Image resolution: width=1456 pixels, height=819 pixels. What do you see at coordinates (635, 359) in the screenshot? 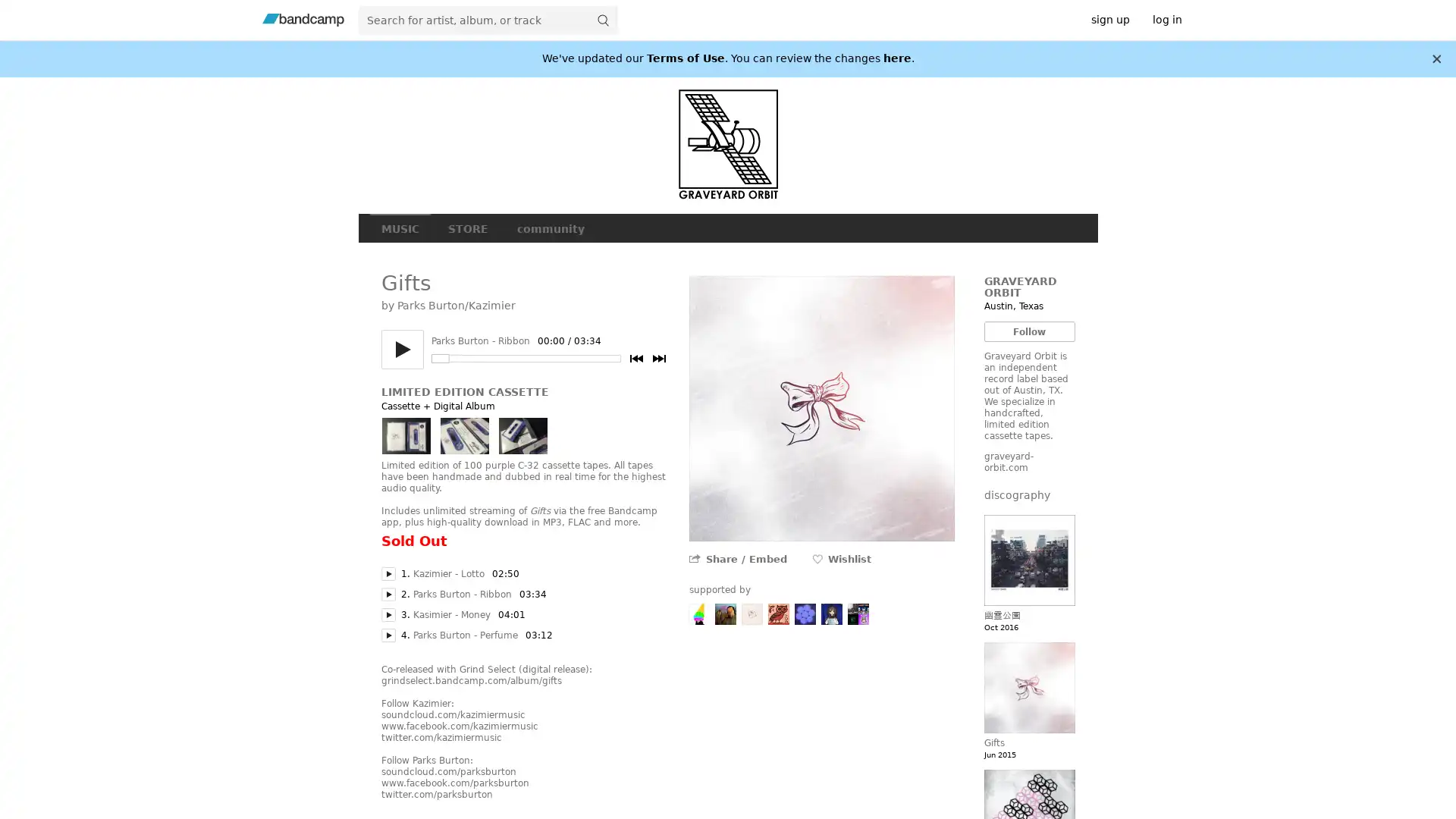
I see `Previous track` at bounding box center [635, 359].